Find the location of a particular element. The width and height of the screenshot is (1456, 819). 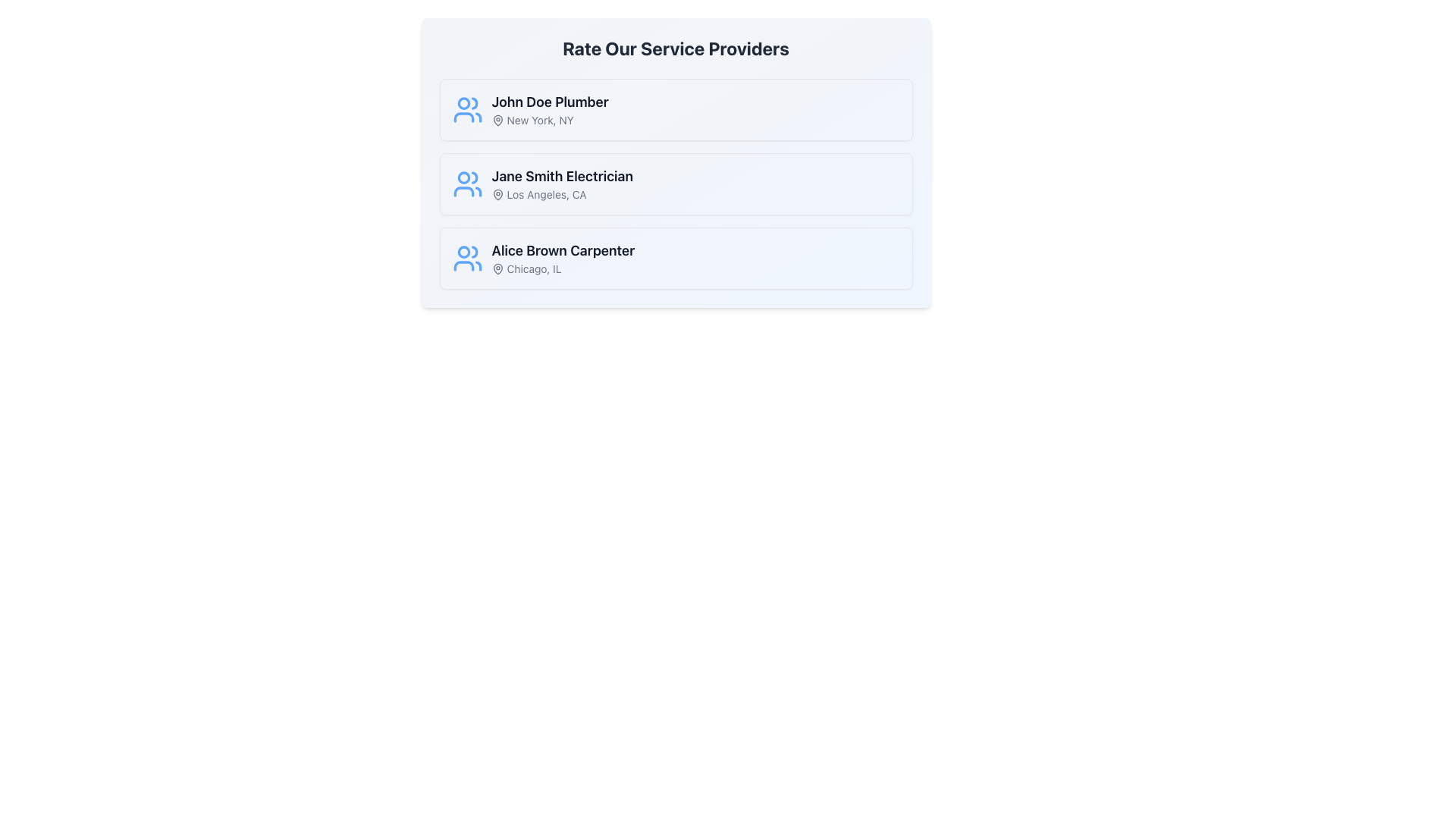

the third entry in the vertical list displaying 'Alice Brown Carpenter' with the icon of a group of people to the left is located at coordinates (543, 257).